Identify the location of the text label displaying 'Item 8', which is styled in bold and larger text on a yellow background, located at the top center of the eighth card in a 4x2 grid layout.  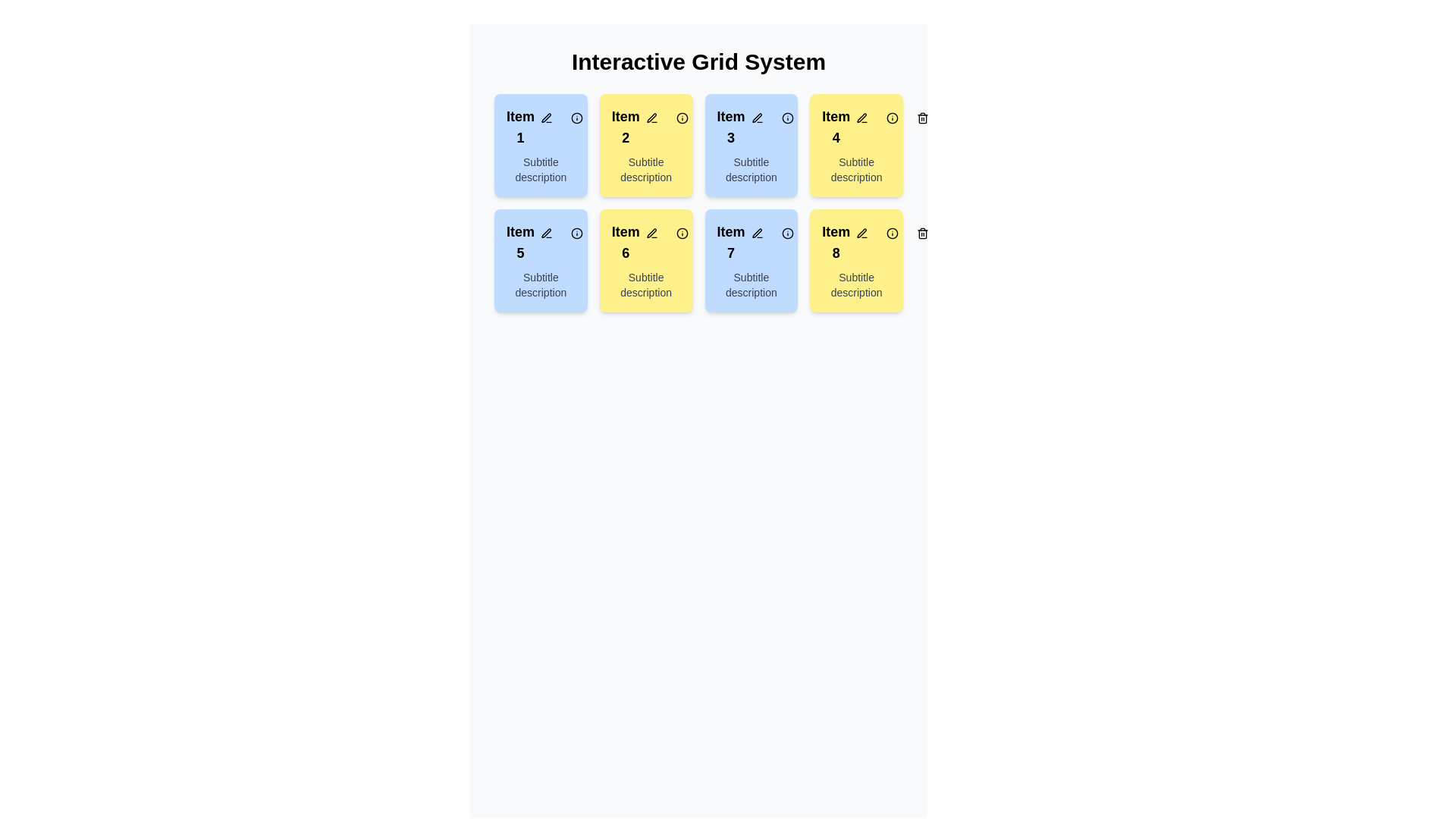
(835, 242).